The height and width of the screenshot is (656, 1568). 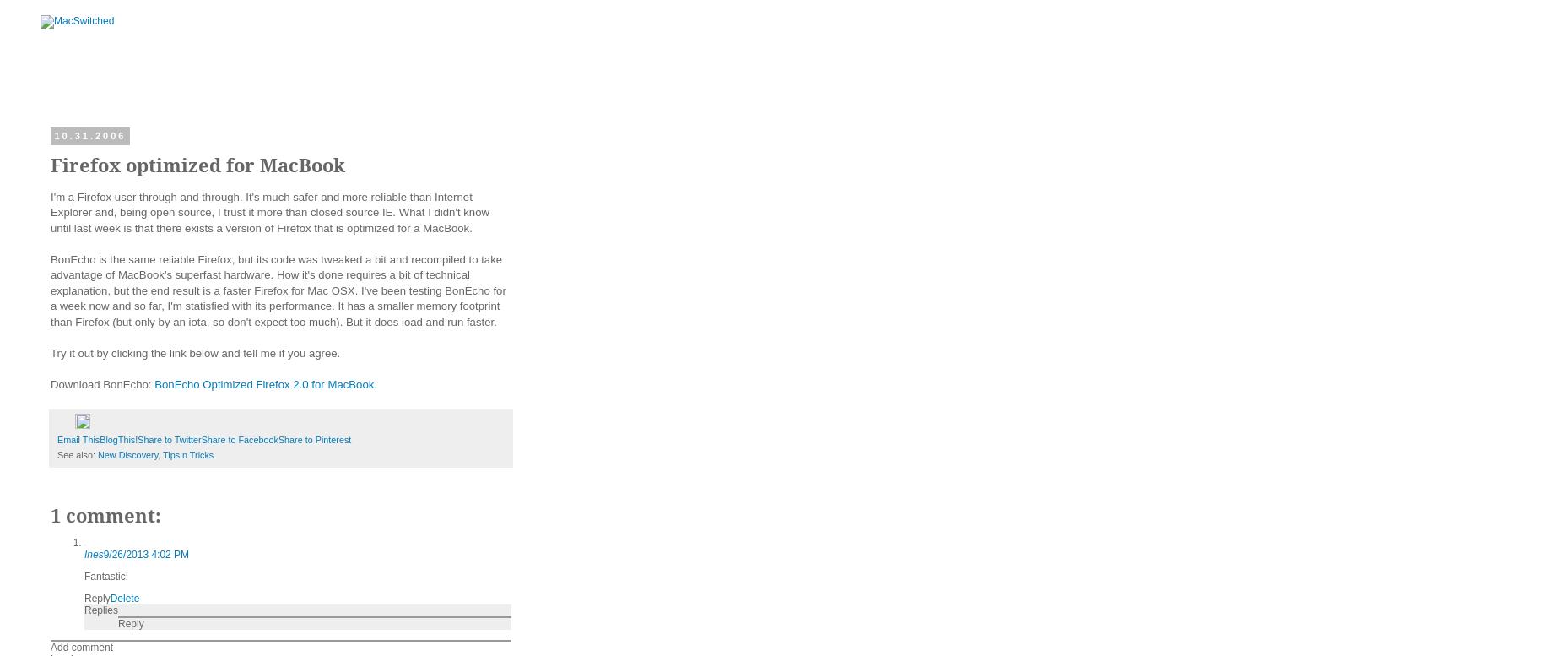 What do you see at coordinates (168, 438) in the screenshot?
I see `'Share to Twitter'` at bounding box center [168, 438].